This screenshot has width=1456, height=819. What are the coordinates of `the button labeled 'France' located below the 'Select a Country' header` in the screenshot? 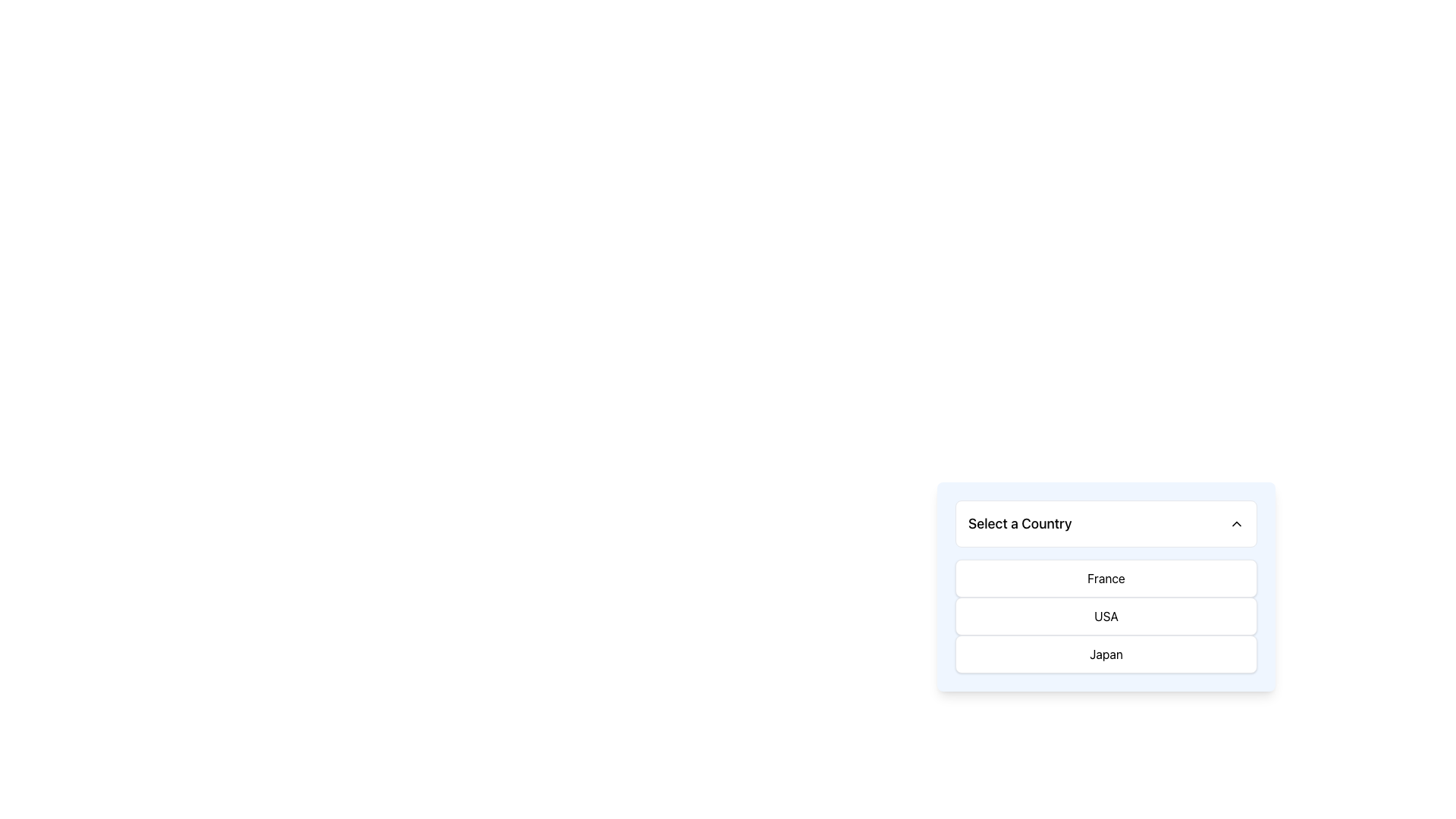 It's located at (1106, 579).